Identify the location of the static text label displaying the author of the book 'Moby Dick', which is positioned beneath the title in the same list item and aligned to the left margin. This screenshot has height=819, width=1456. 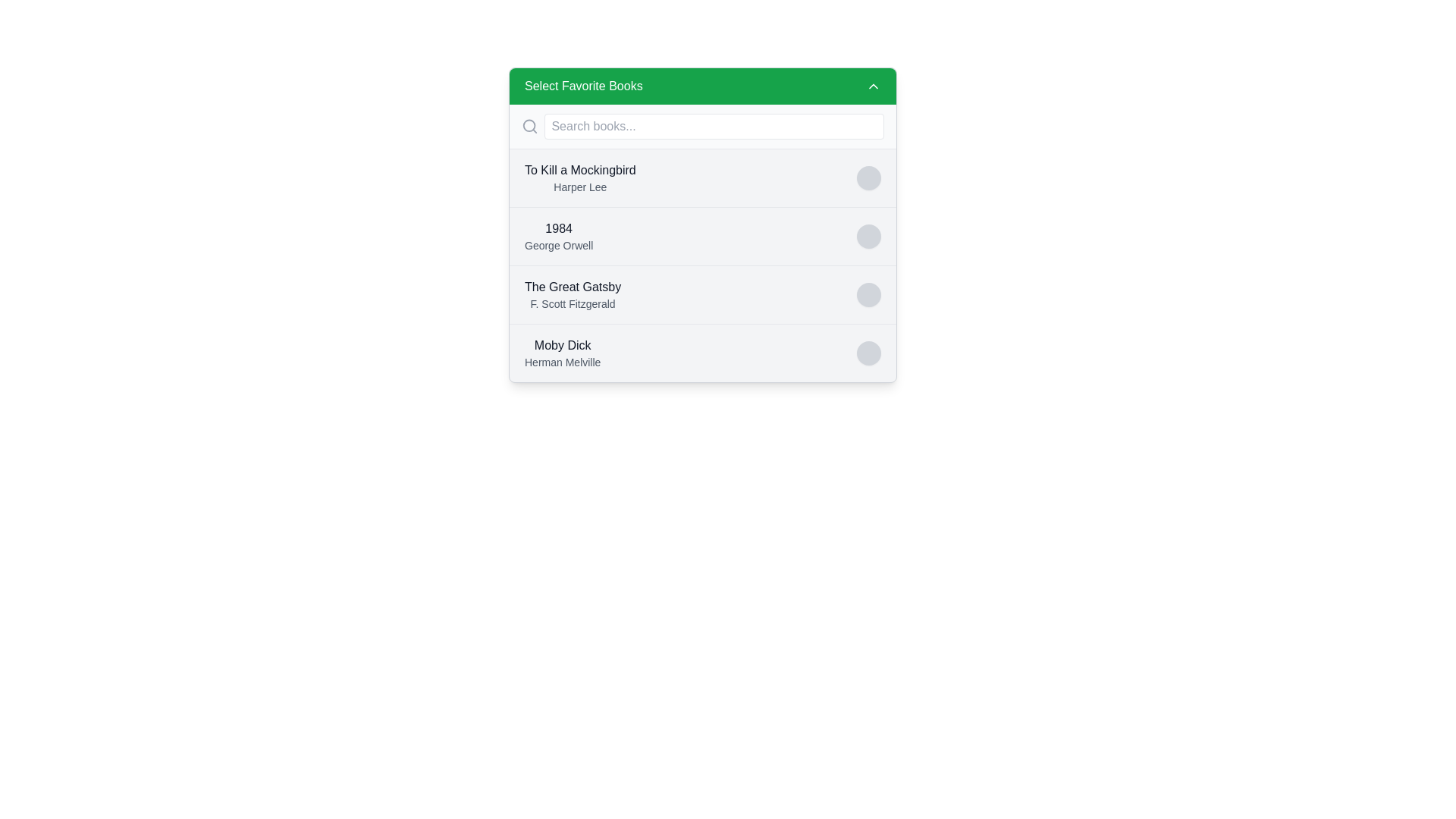
(562, 362).